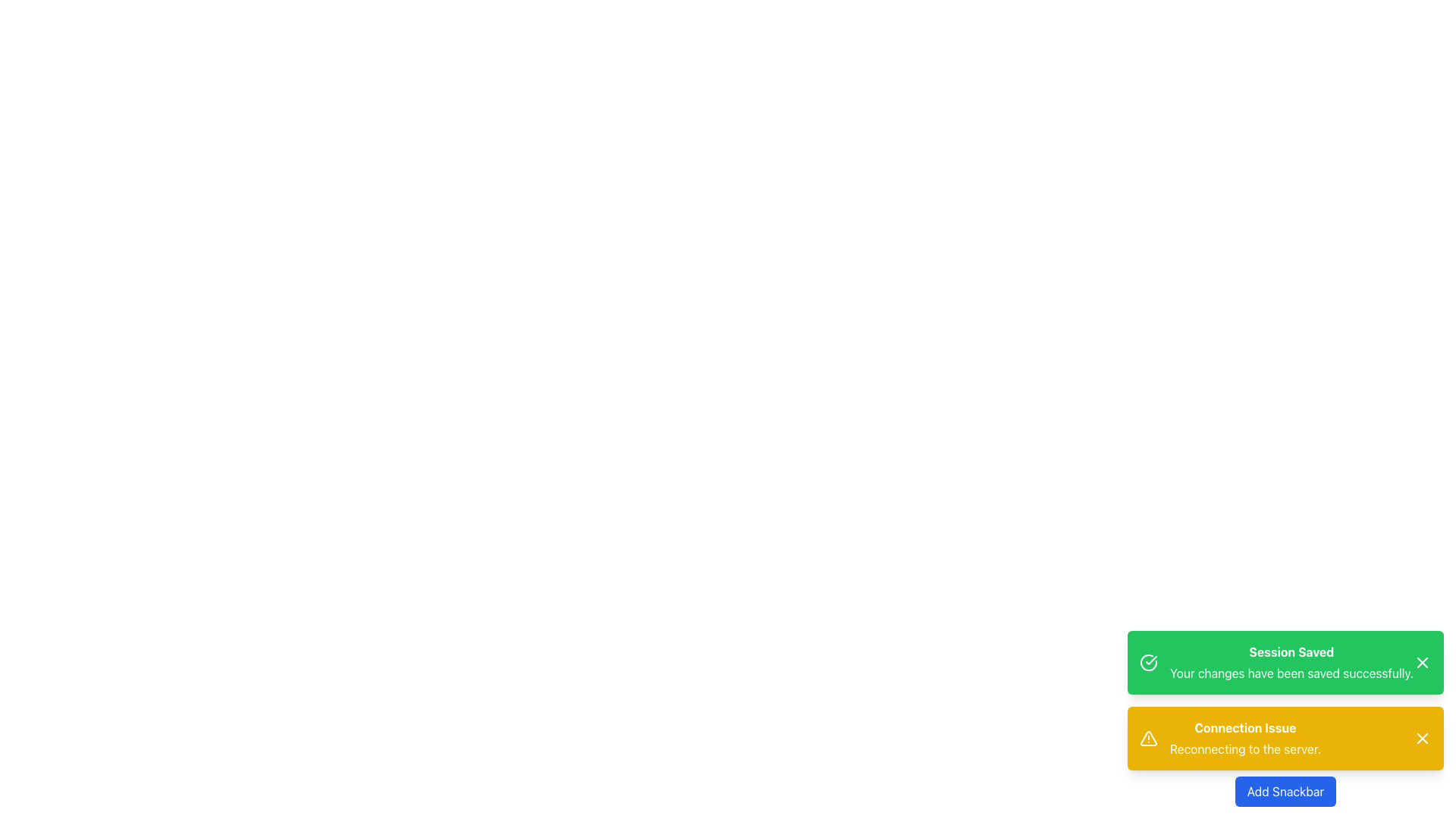  I want to click on the close icon button represented by a stylized 'X' symbol located at the rightmost end of the green 'Session Saved' notification banner, so click(1422, 662).